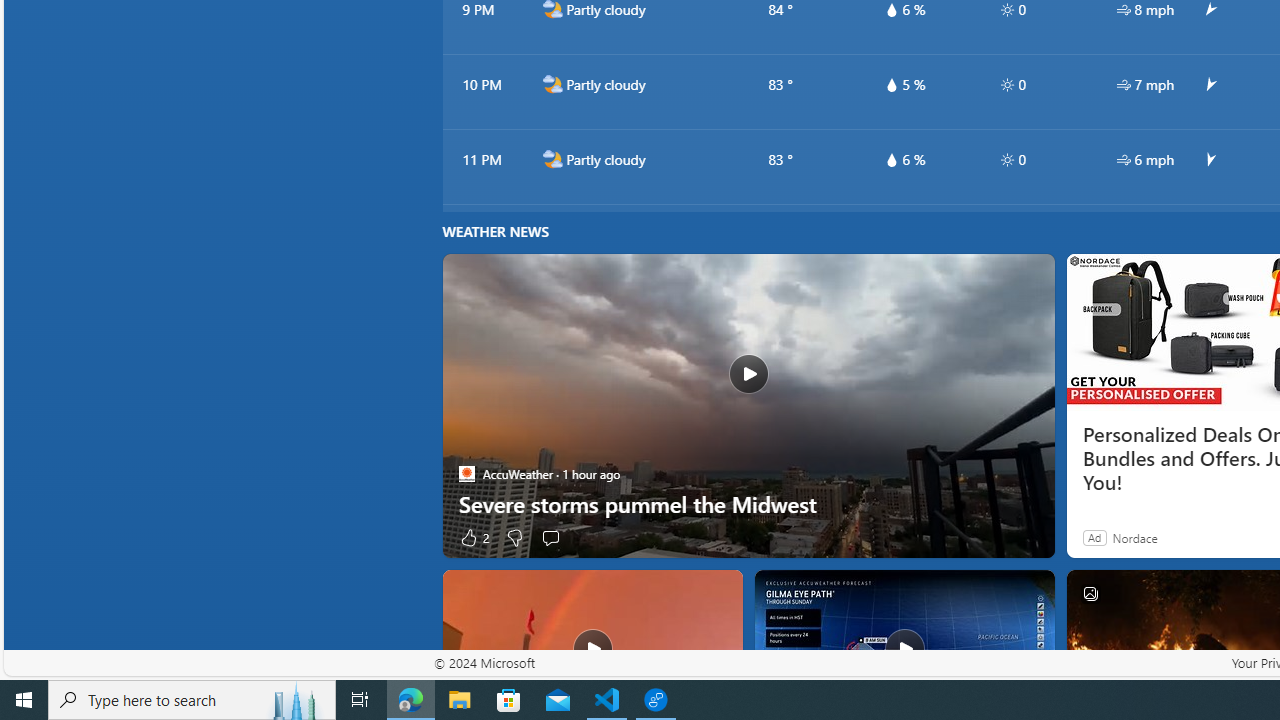  Describe the element at coordinates (465, 473) in the screenshot. I see `'AccuWeather'` at that location.